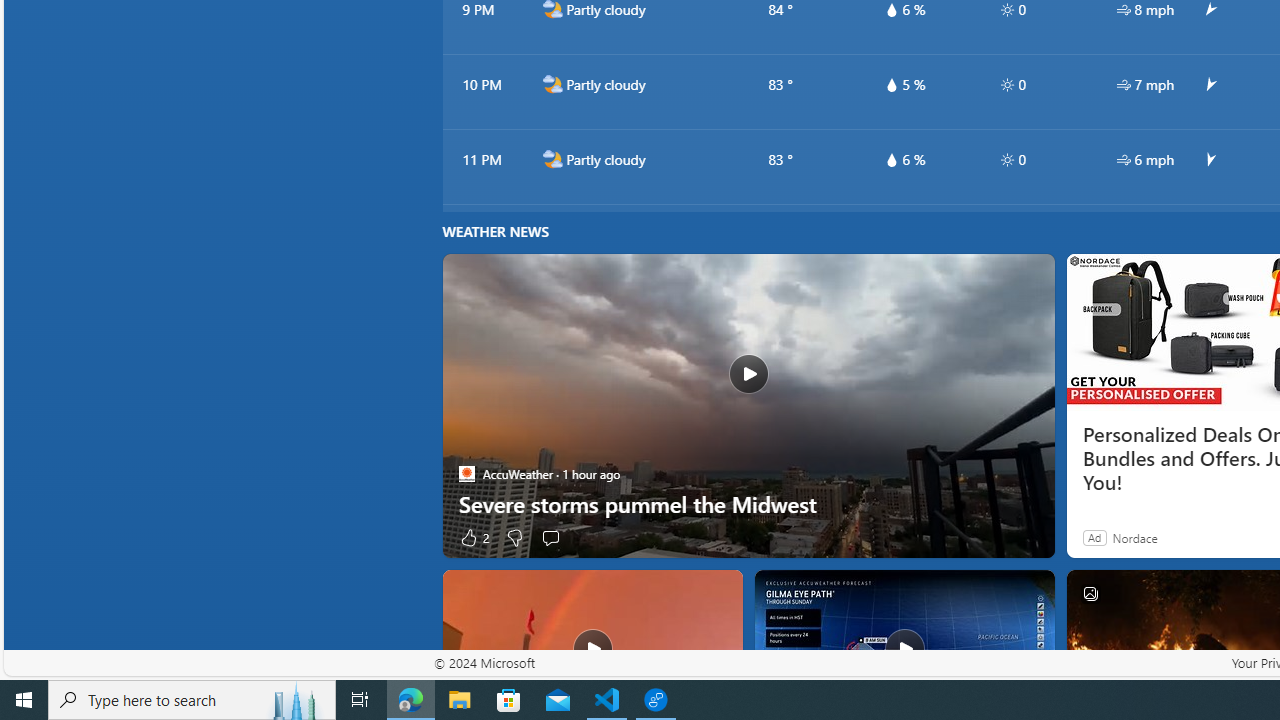  Describe the element at coordinates (465, 473) in the screenshot. I see `'AccuWeather'` at that location.